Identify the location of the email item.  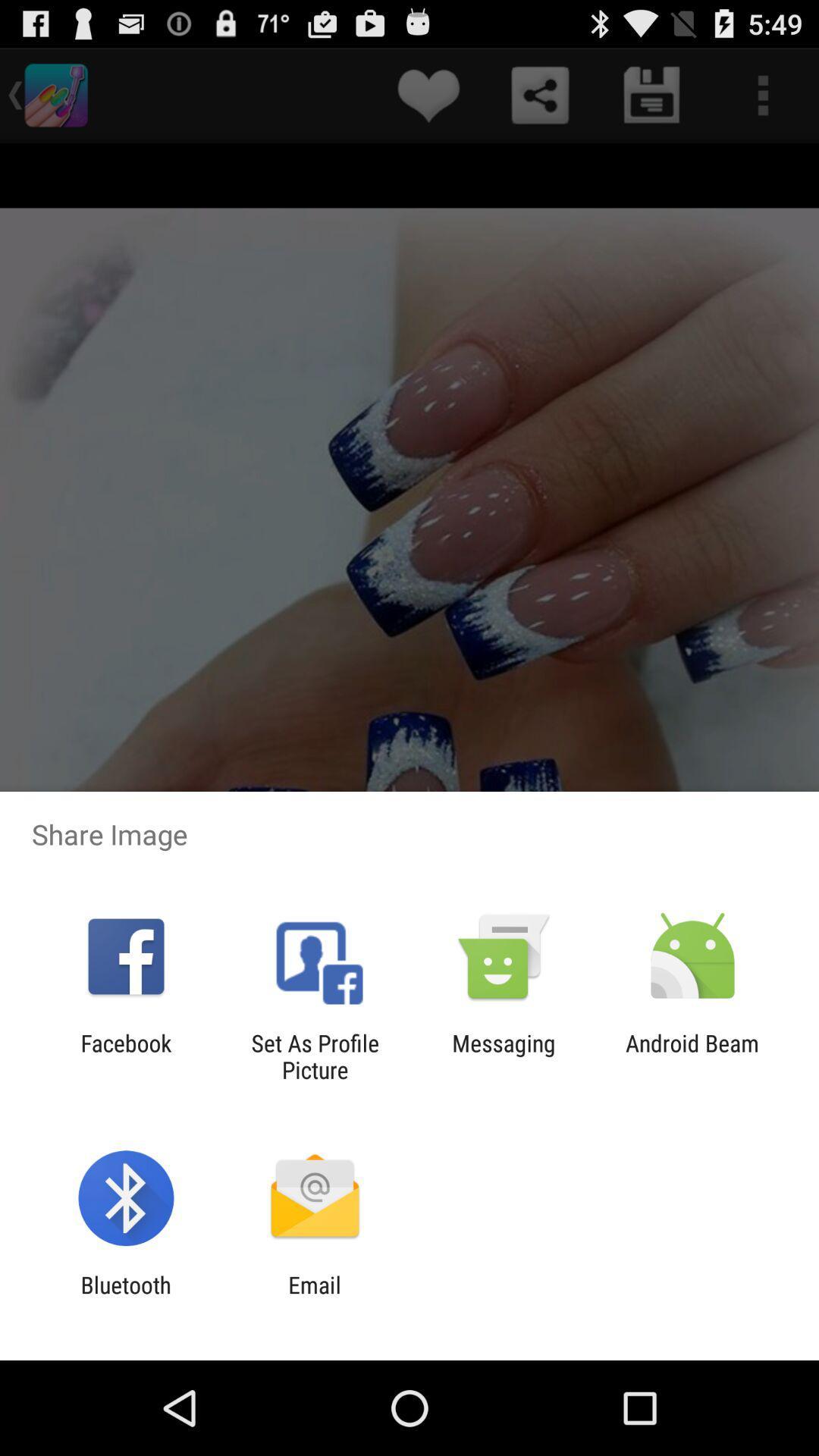
(314, 1298).